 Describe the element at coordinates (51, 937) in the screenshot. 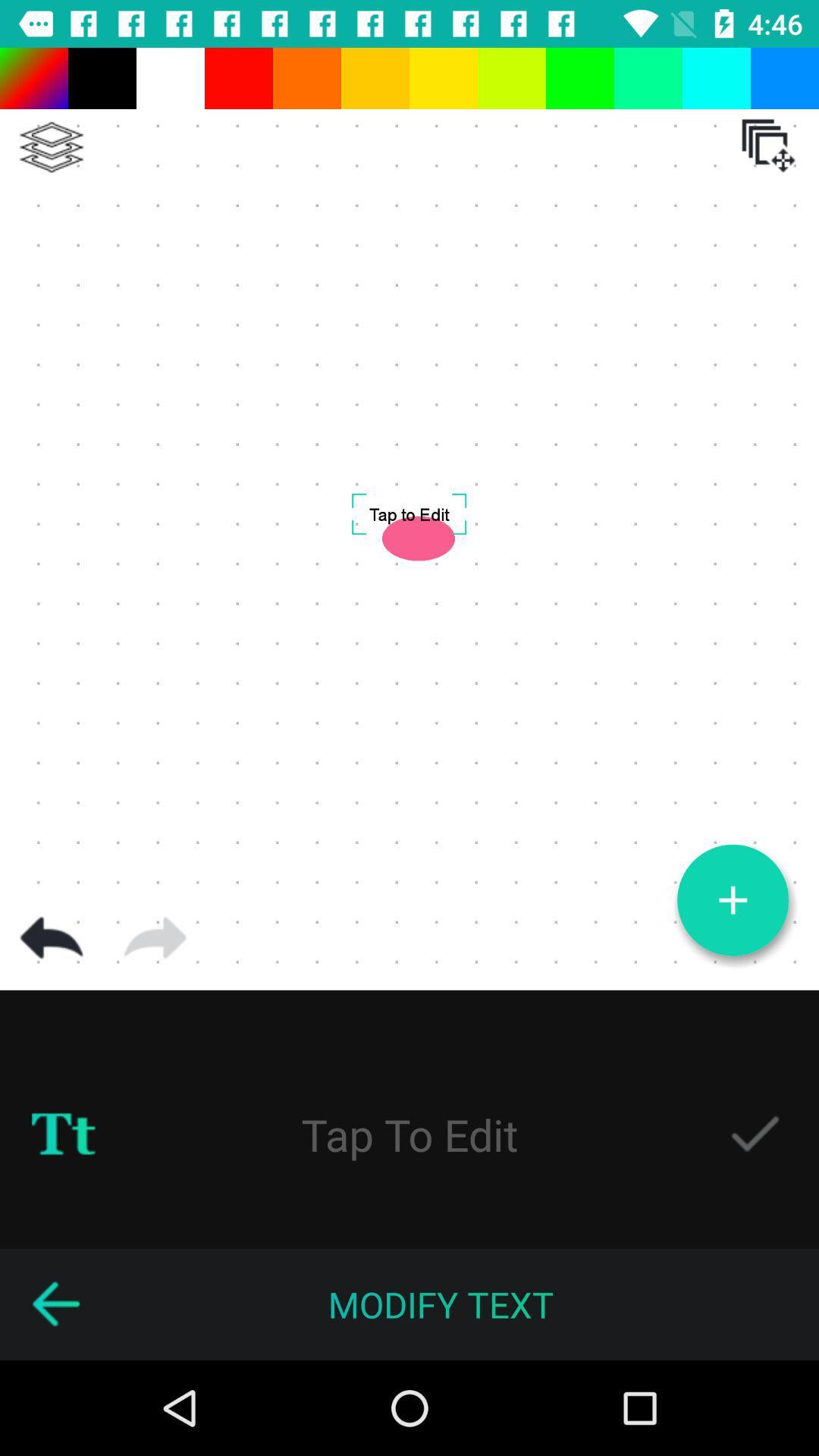

I see `undo last action` at that location.